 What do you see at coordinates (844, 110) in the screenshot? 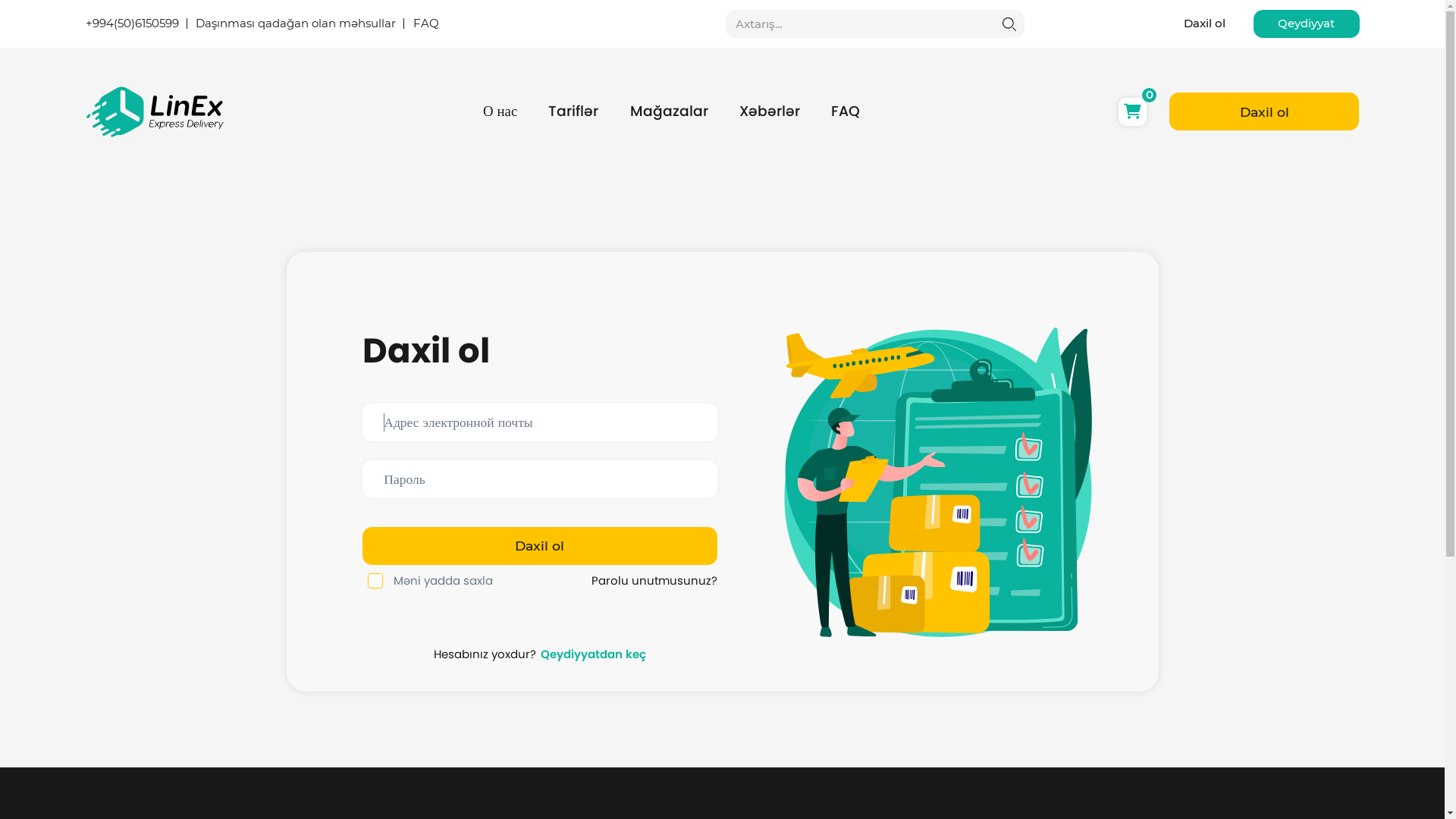
I see `'FAQ'` at bounding box center [844, 110].